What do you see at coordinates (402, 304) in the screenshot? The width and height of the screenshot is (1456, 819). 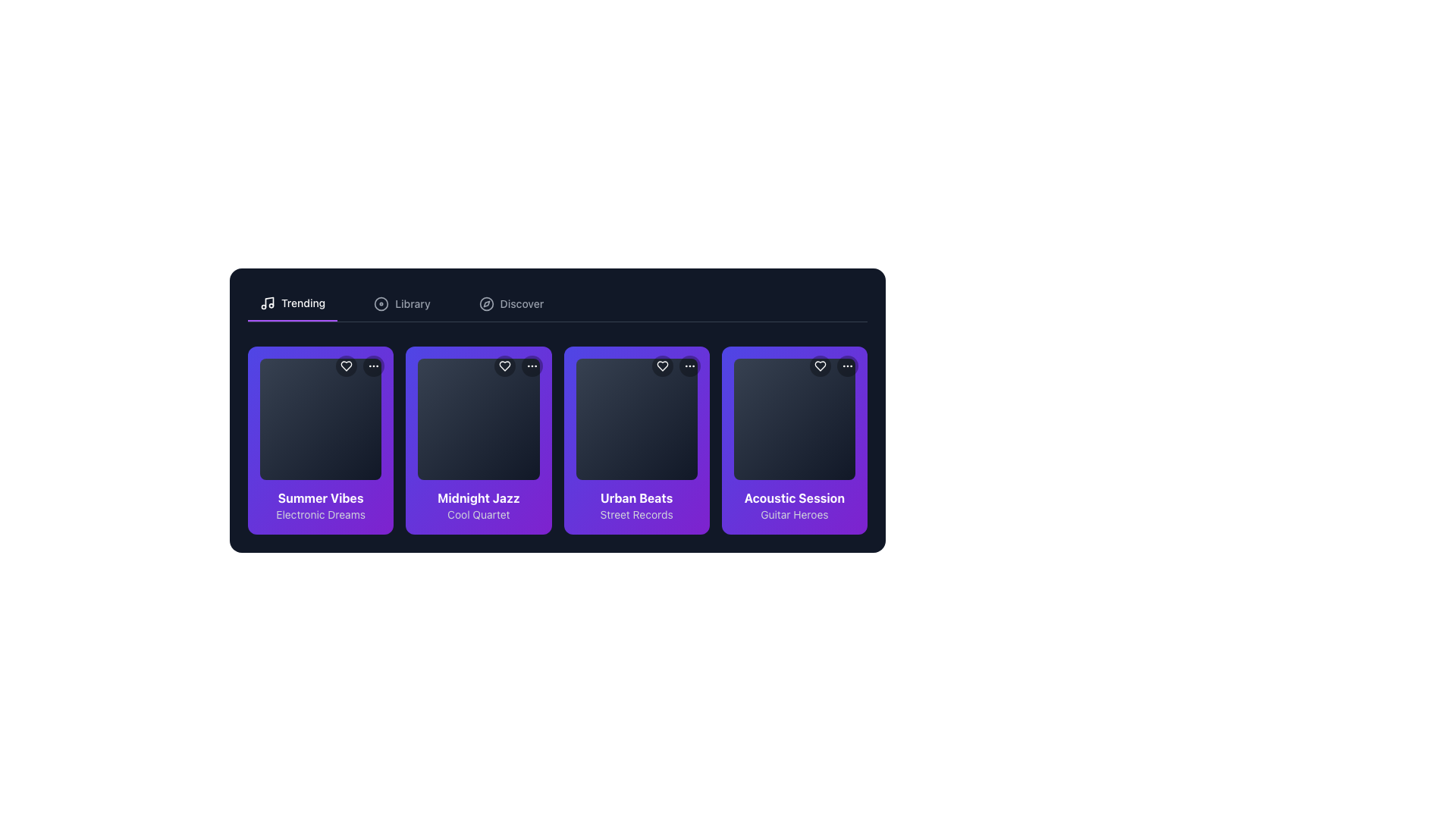 I see `the 'Library' tab in the navigation bar` at bounding box center [402, 304].